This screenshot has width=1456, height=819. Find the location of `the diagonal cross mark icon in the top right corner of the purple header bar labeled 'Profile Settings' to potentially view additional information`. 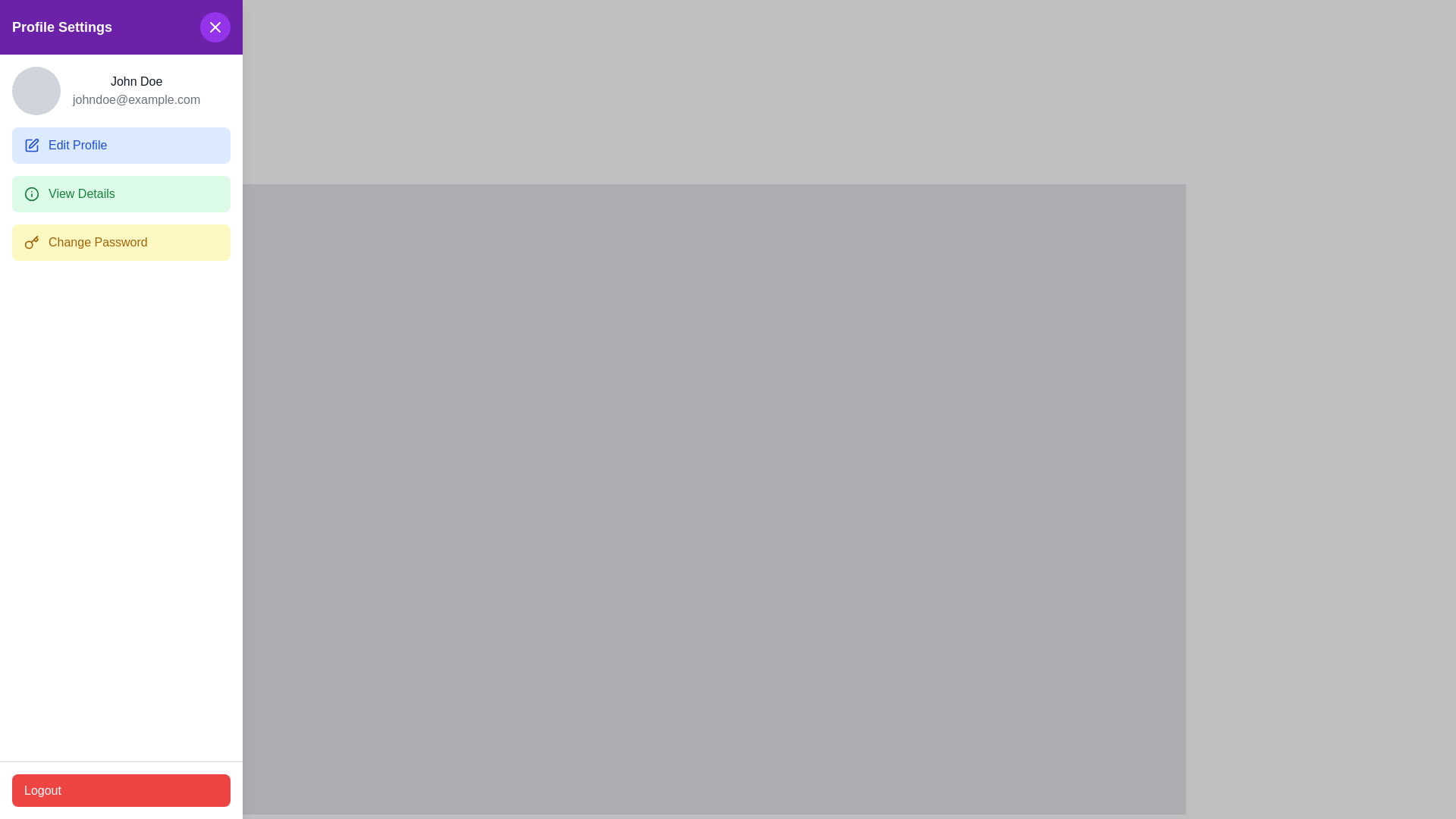

the diagonal cross mark icon in the top right corner of the purple header bar labeled 'Profile Settings' to potentially view additional information is located at coordinates (214, 27).